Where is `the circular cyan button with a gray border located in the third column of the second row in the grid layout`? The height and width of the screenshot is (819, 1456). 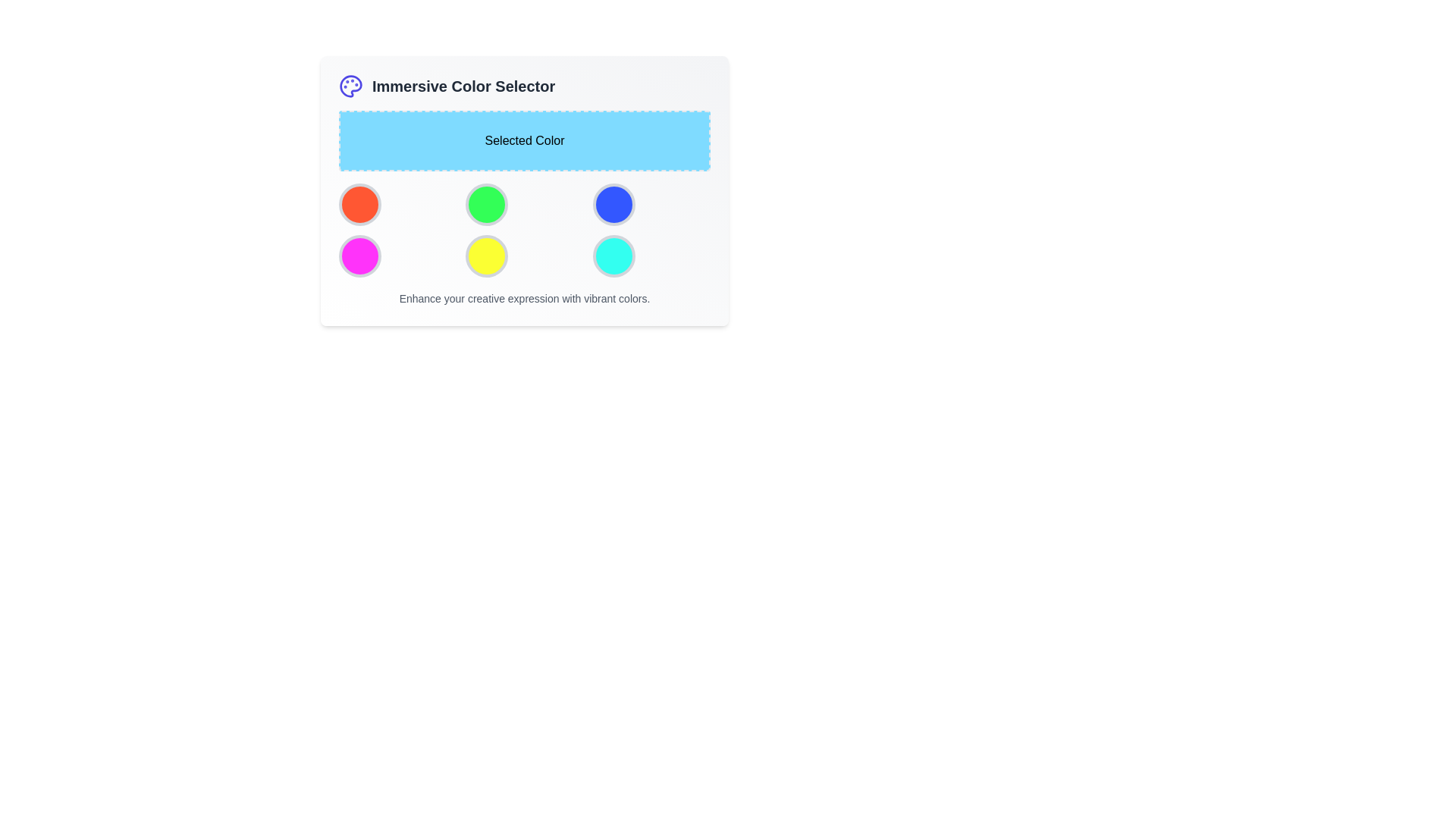
the circular cyan button with a gray border located in the third column of the second row in the grid layout is located at coordinates (613, 256).